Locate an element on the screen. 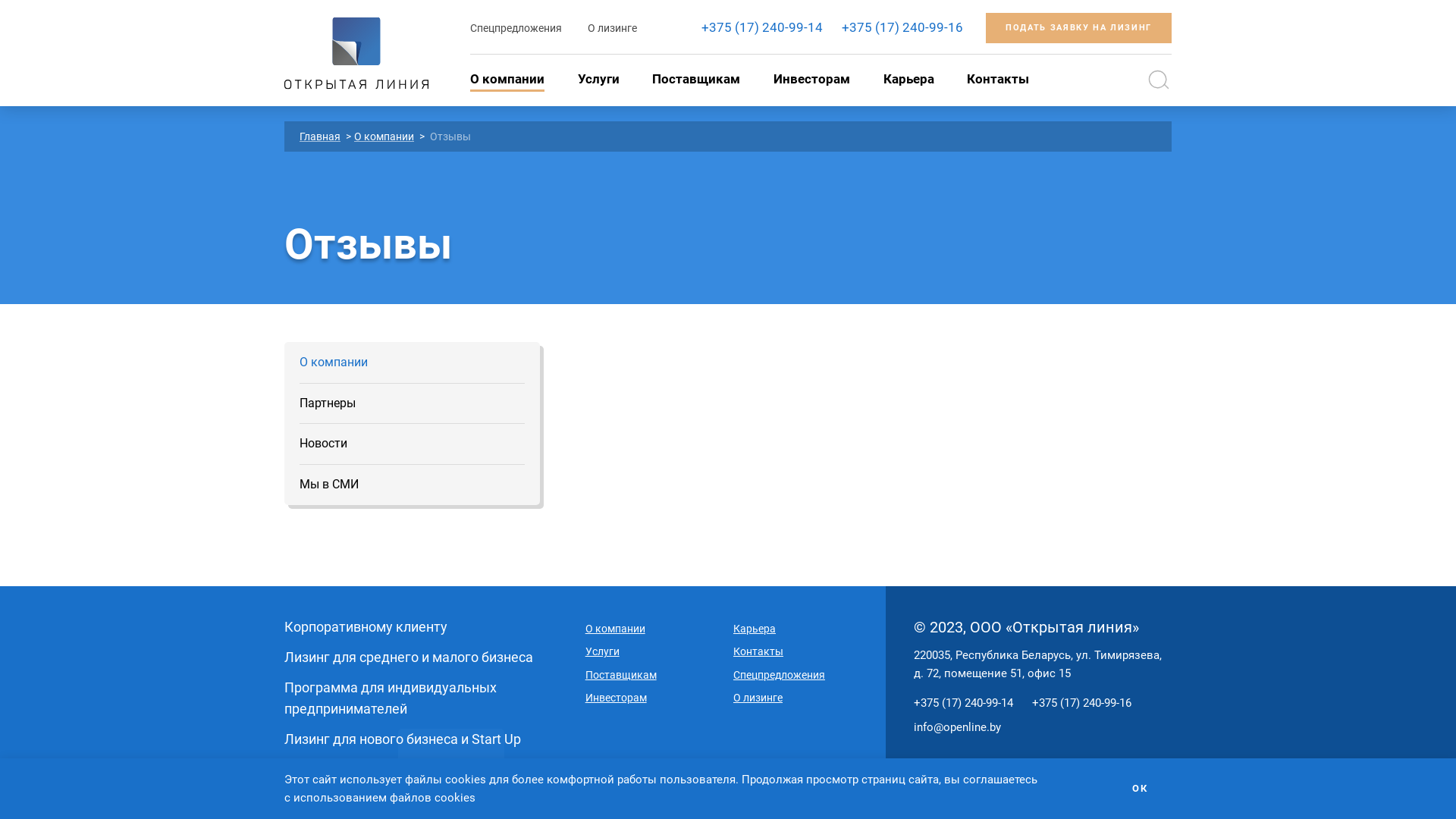  '+375 (17) 240-99-16' is located at coordinates (1081, 702).